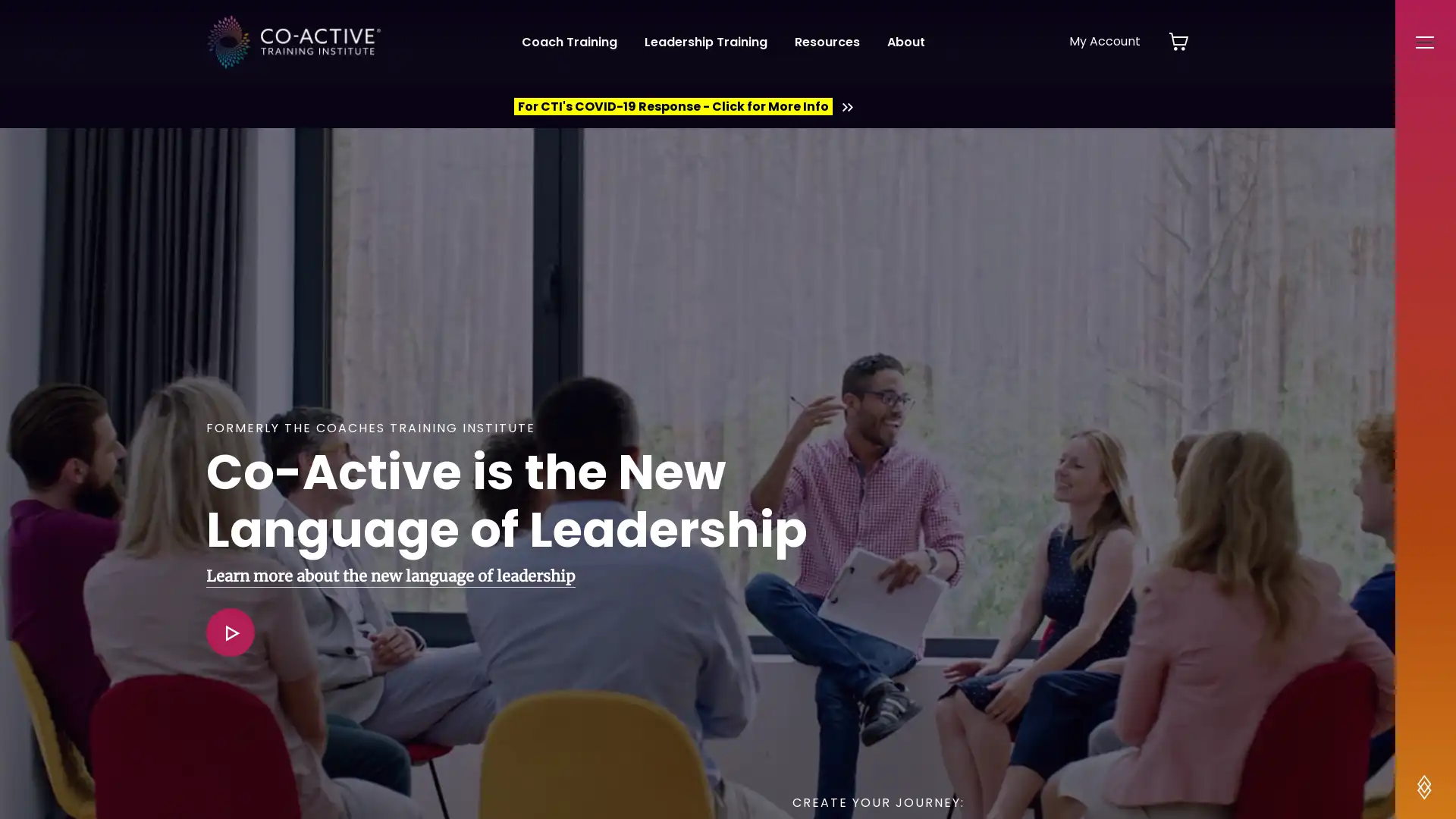 The image size is (1456, 819). I want to click on View Video, so click(229, 632).